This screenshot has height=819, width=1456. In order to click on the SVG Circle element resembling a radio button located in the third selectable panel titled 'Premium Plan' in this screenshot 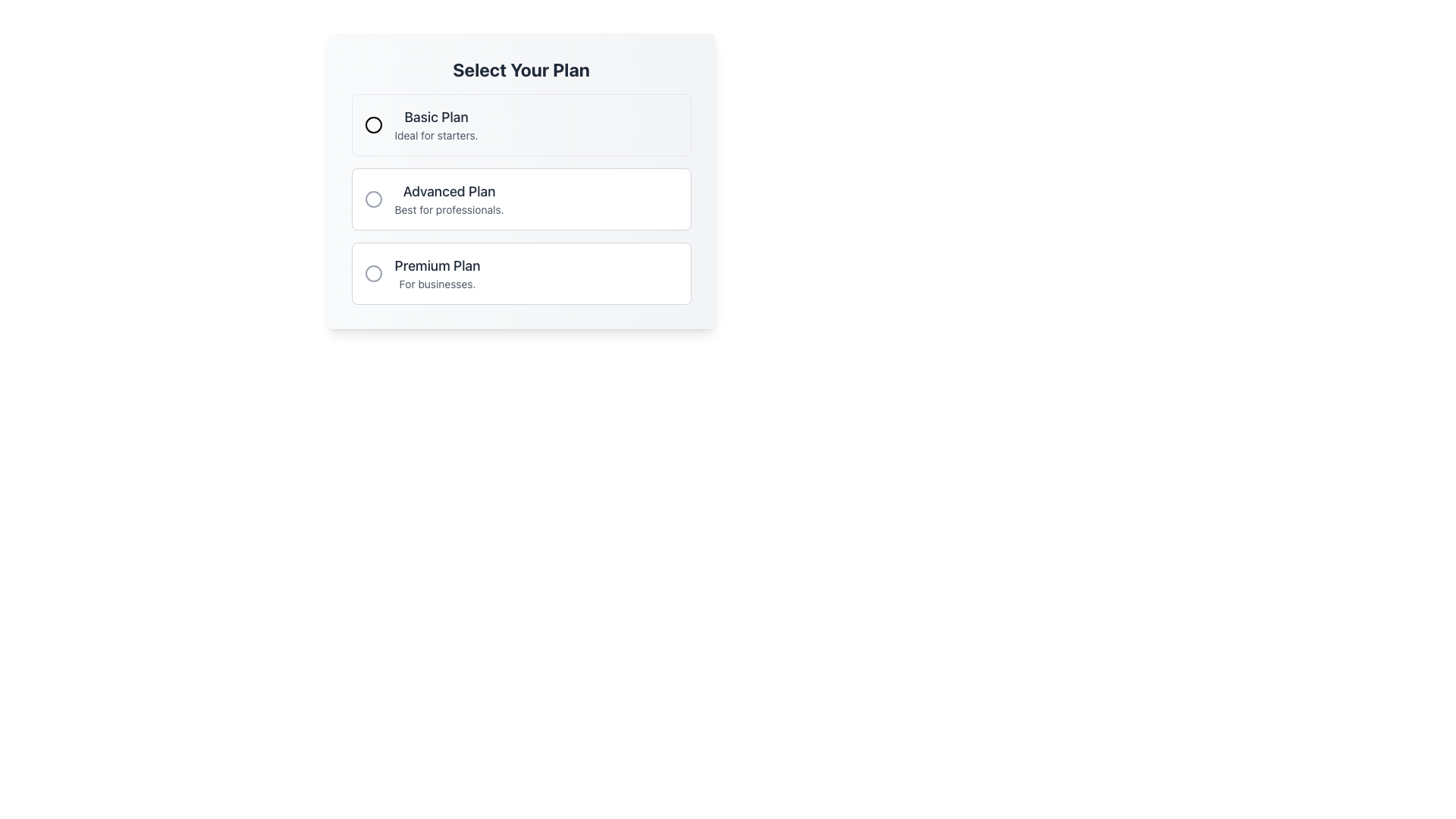, I will do `click(373, 274)`.